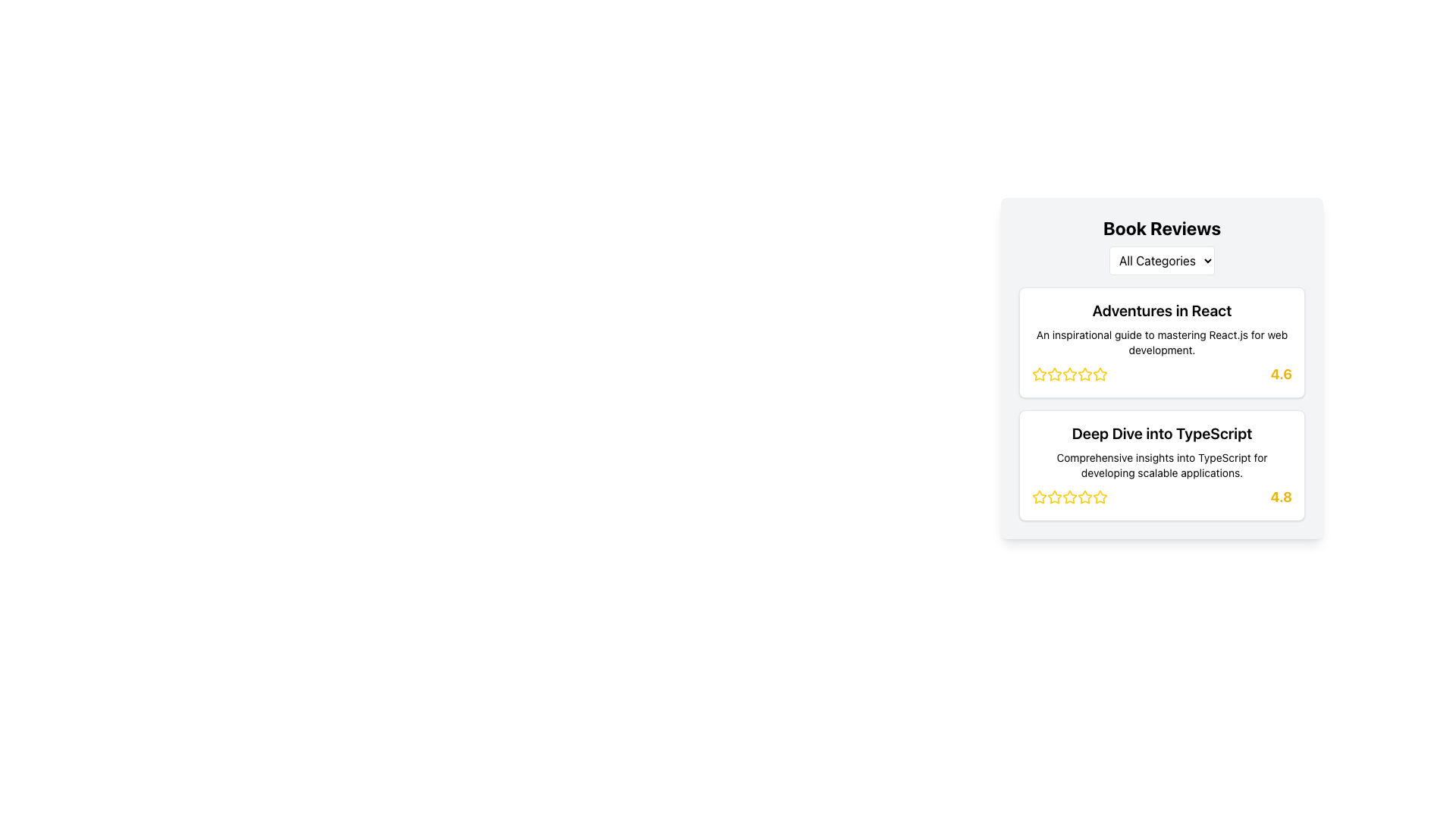  I want to click on the header text 'Adventures in React' located in the first book information card under the 'Book Reviews' section, so click(1161, 309).